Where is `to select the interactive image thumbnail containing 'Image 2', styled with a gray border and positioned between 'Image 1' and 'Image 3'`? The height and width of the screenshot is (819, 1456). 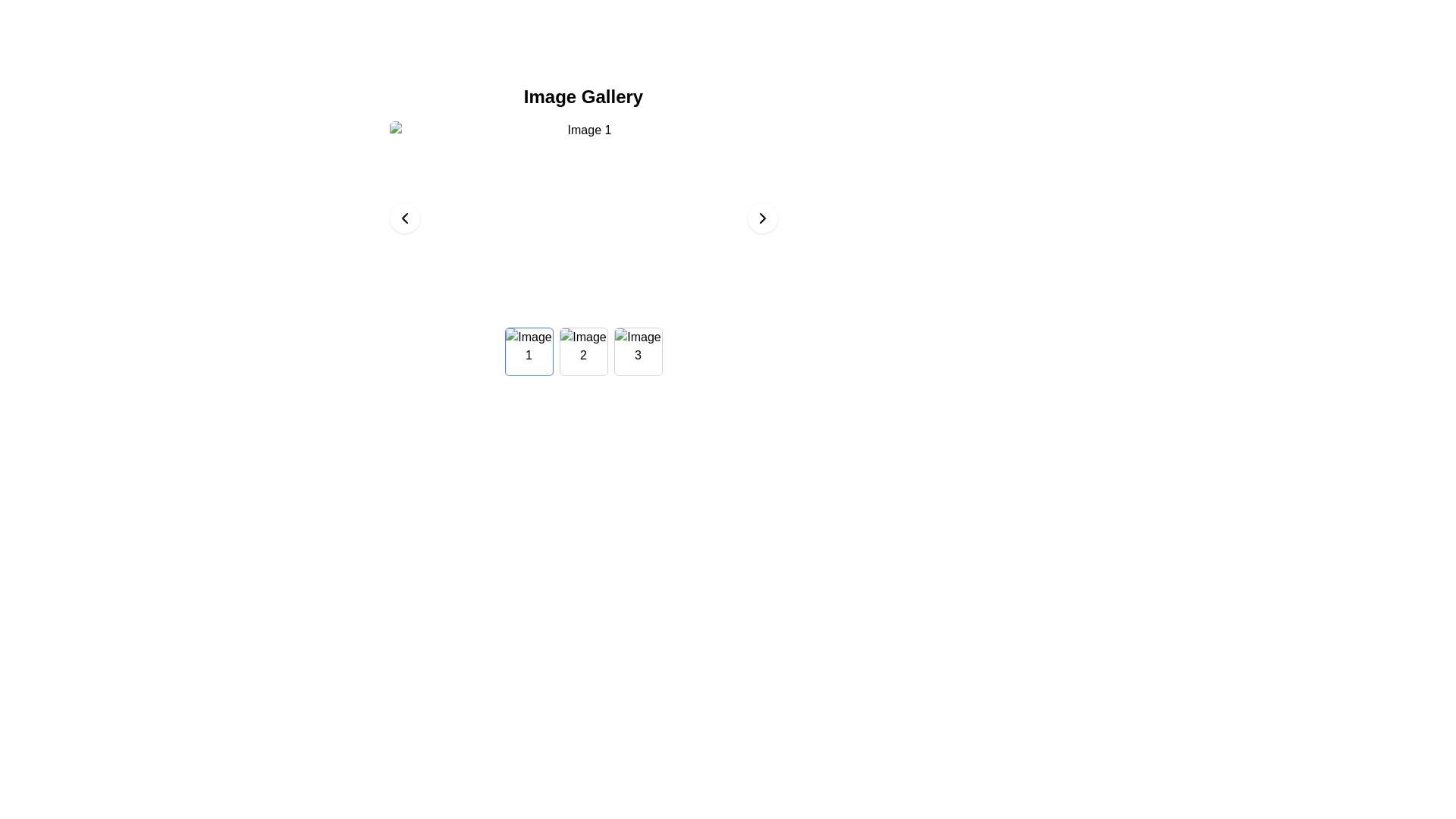 to select the interactive image thumbnail containing 'Image 2', styled with a gray border and positioned between 'Image 1' and 'Image 3' is located at coordinates (582, 351).